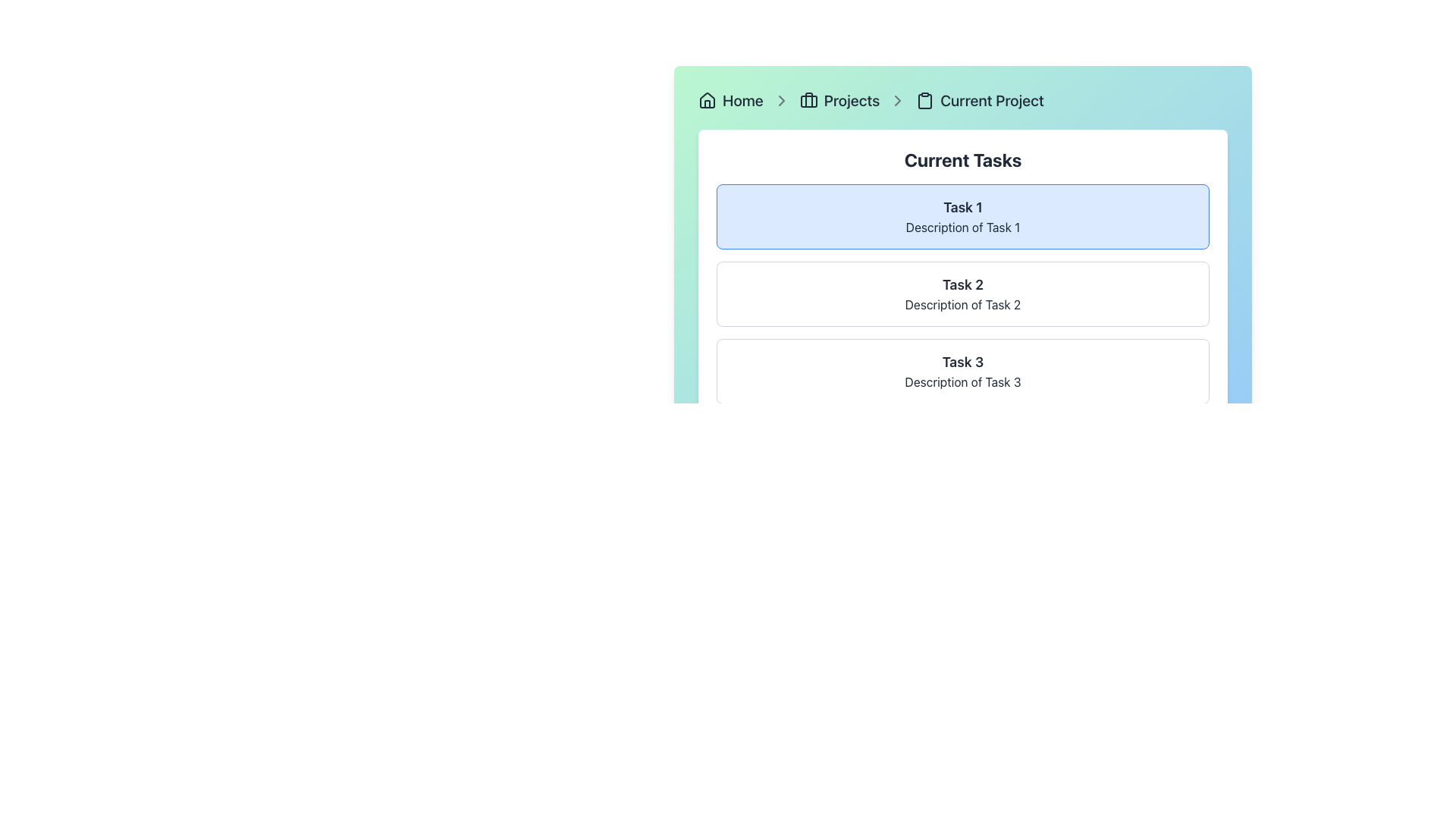  I want to click on the third visible hyperlink in the breadcrumb navigation structure, so click(852, 100).